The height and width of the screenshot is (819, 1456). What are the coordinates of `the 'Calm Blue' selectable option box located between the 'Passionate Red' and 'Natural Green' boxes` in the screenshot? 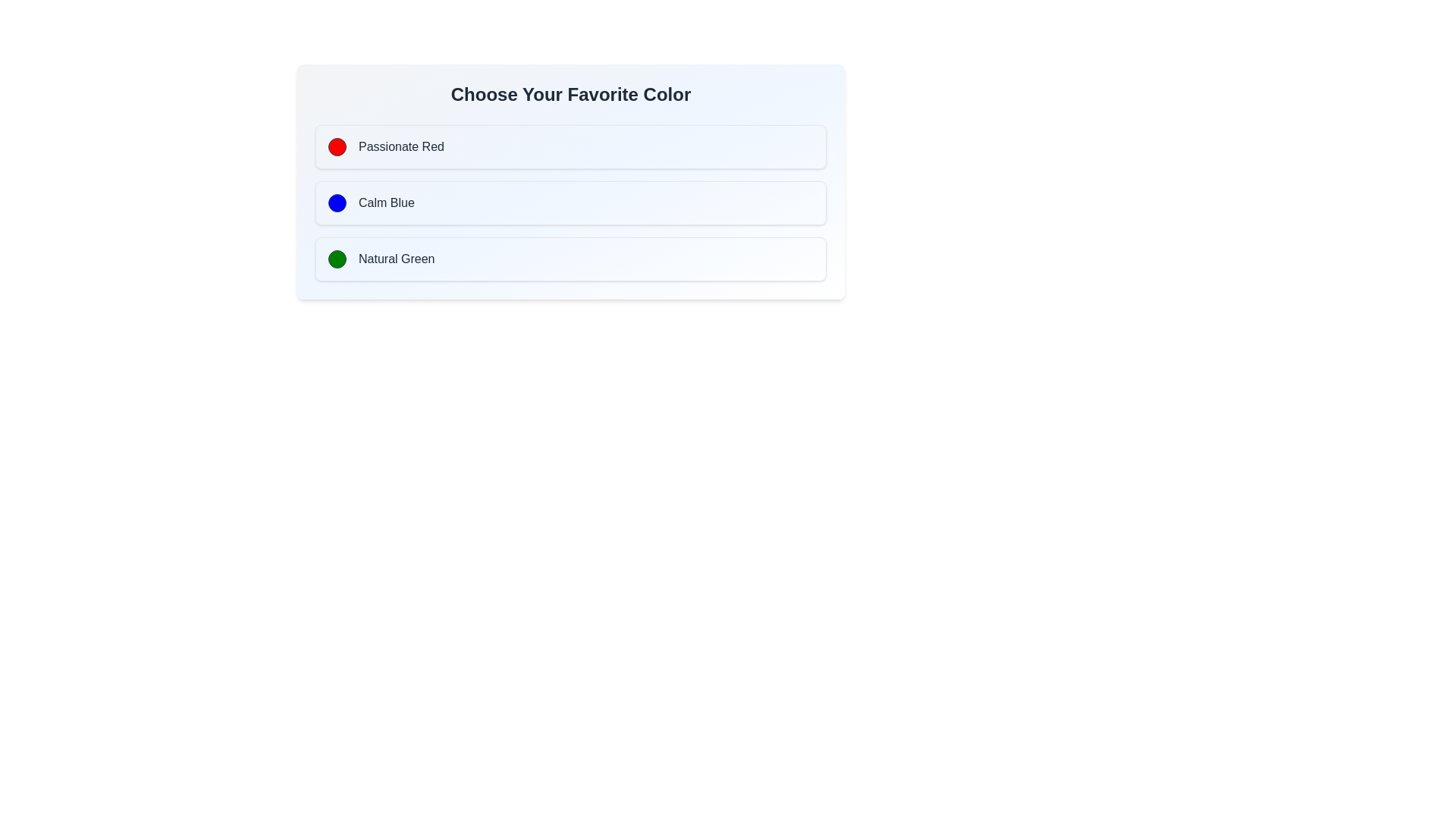 It's located at (570, 202).